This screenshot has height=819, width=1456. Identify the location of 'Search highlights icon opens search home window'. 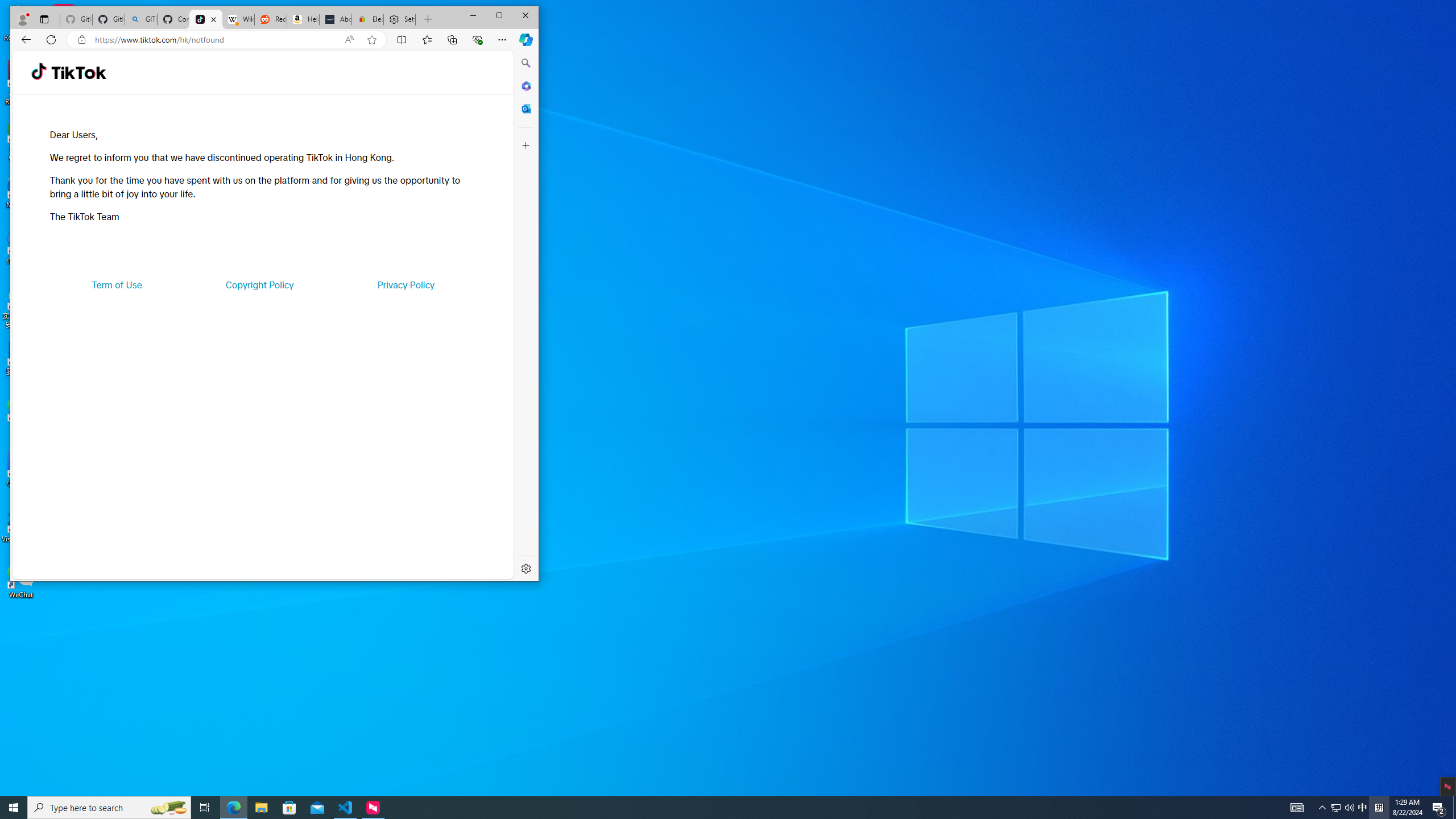
(167, 806).